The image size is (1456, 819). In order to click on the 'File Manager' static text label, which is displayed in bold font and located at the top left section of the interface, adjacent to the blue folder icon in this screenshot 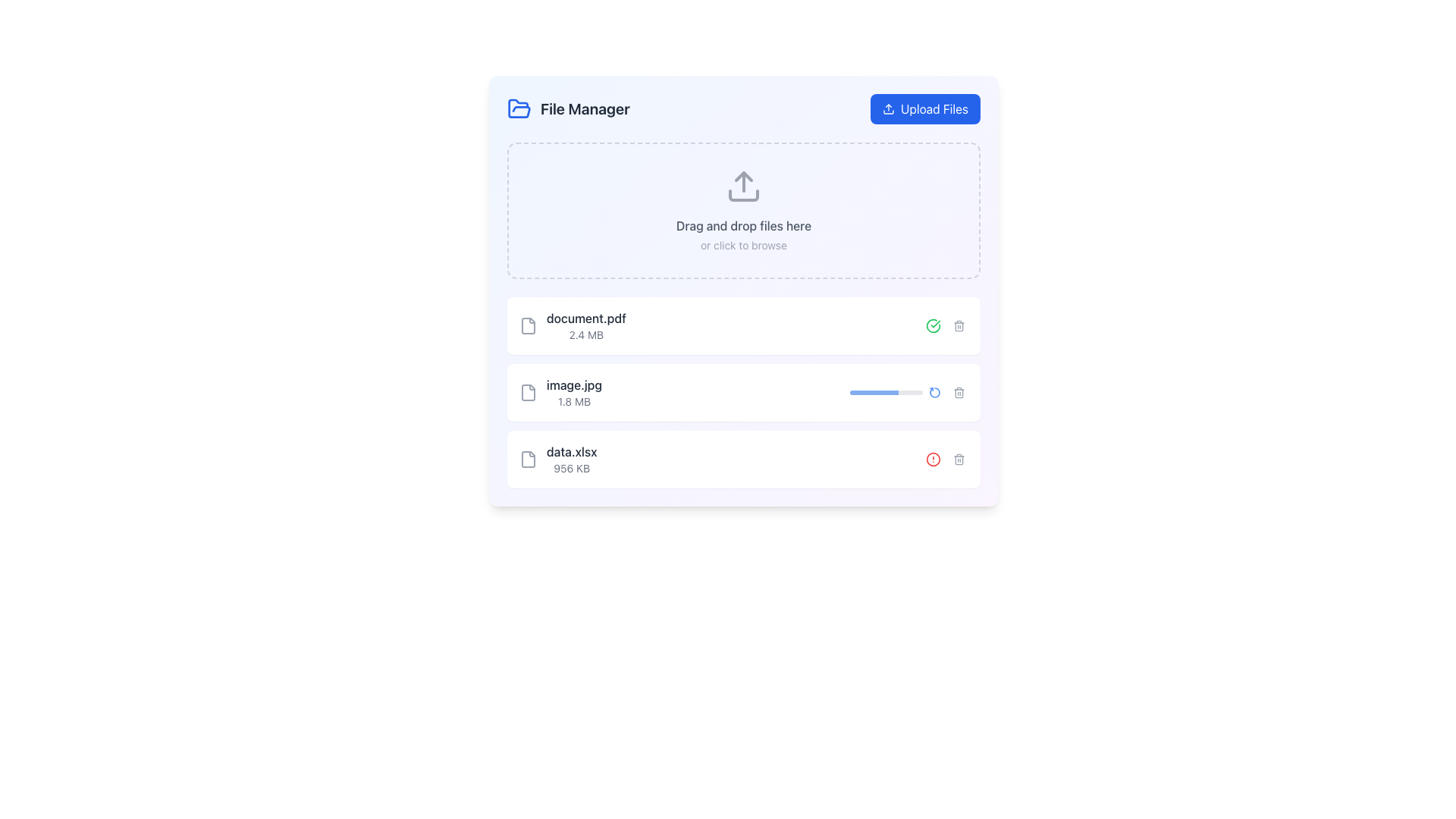, I will do `click(567, 108)`.